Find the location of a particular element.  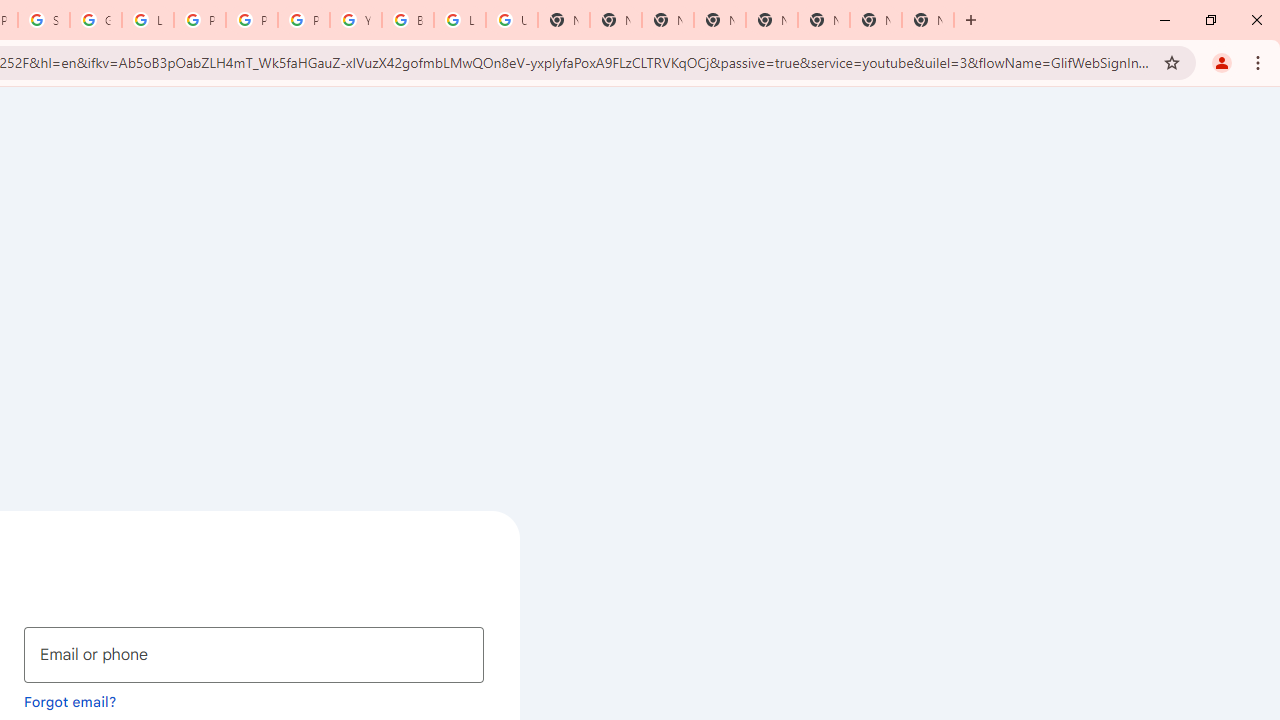

'Email or phone' is located at coordinates (253, 654).